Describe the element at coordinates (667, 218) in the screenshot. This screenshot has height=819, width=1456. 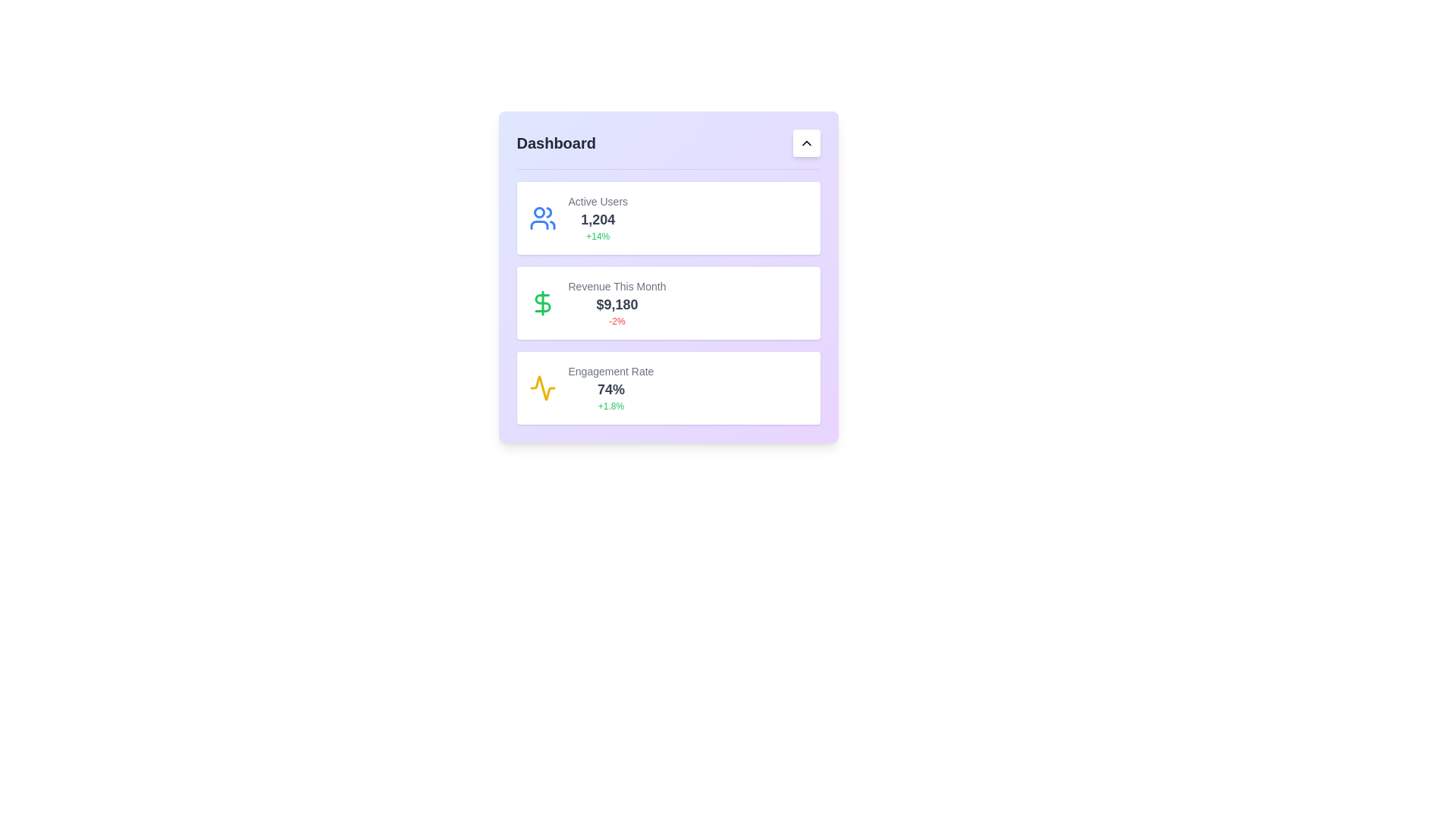
I see `displayed information on the Information card, which shows active user statistics including total count and percentage increase. This card is located at the top-left corner of the grid layout in the dashboard interface` at that location.